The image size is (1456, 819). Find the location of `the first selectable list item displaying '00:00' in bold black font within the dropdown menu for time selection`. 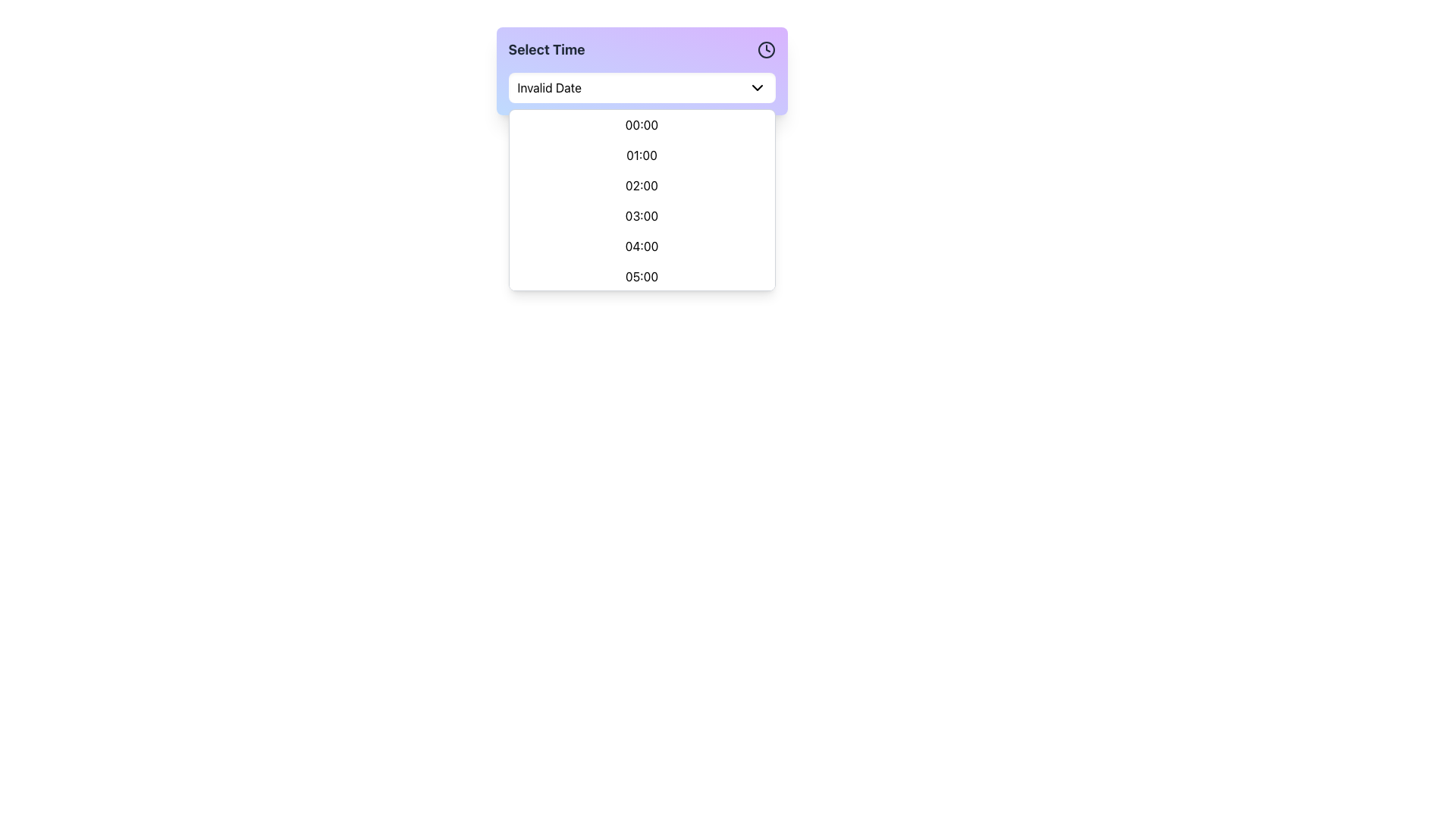

the first selectable list item displaying '00:00' in bold black font within the dropdown menu for time selection is located at coordinates (642, 124).